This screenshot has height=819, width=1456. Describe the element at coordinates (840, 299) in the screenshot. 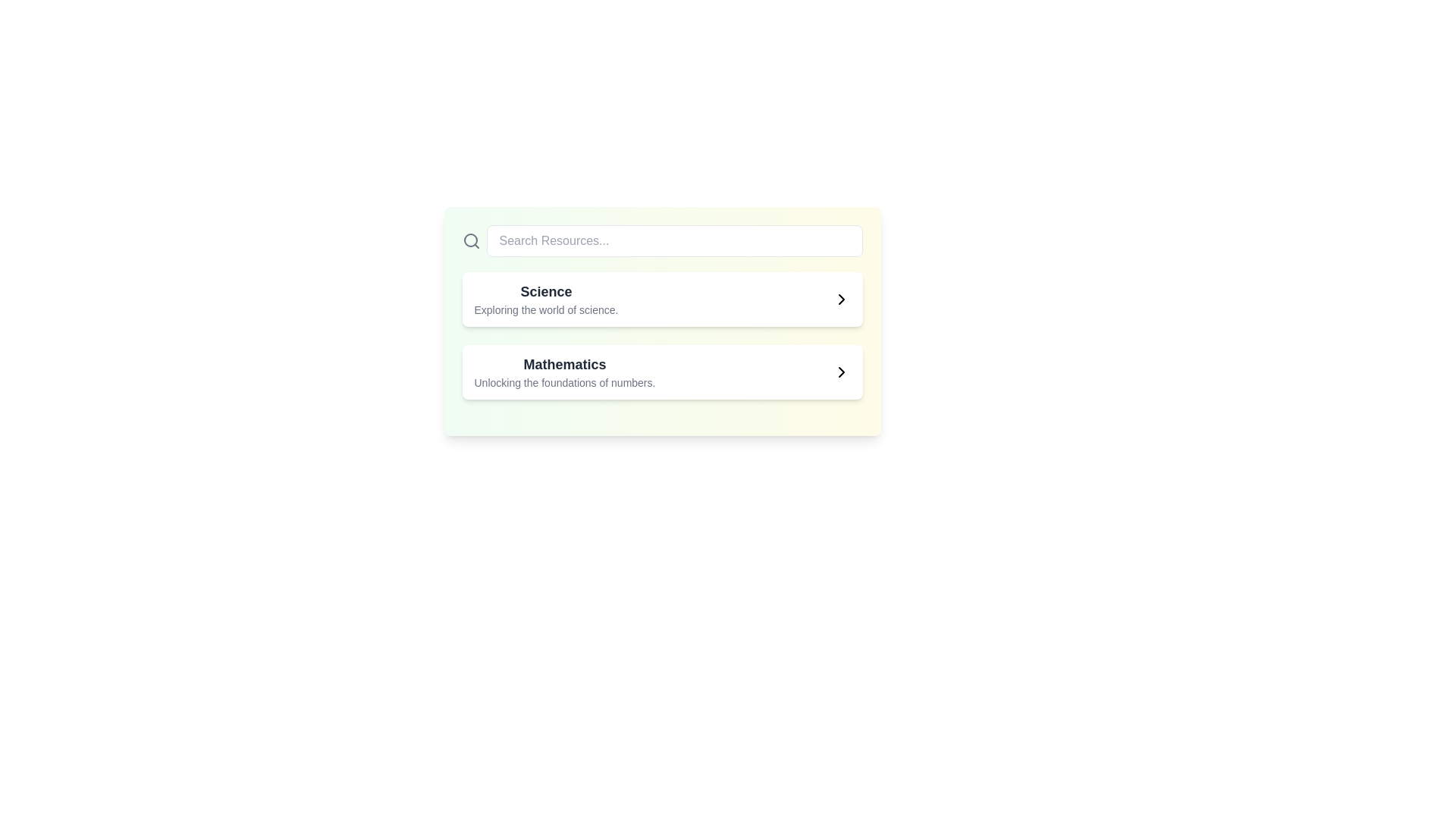

I see `the right-pointing chevron icon located at the far right of the 'Mathematics' button row` at that location.